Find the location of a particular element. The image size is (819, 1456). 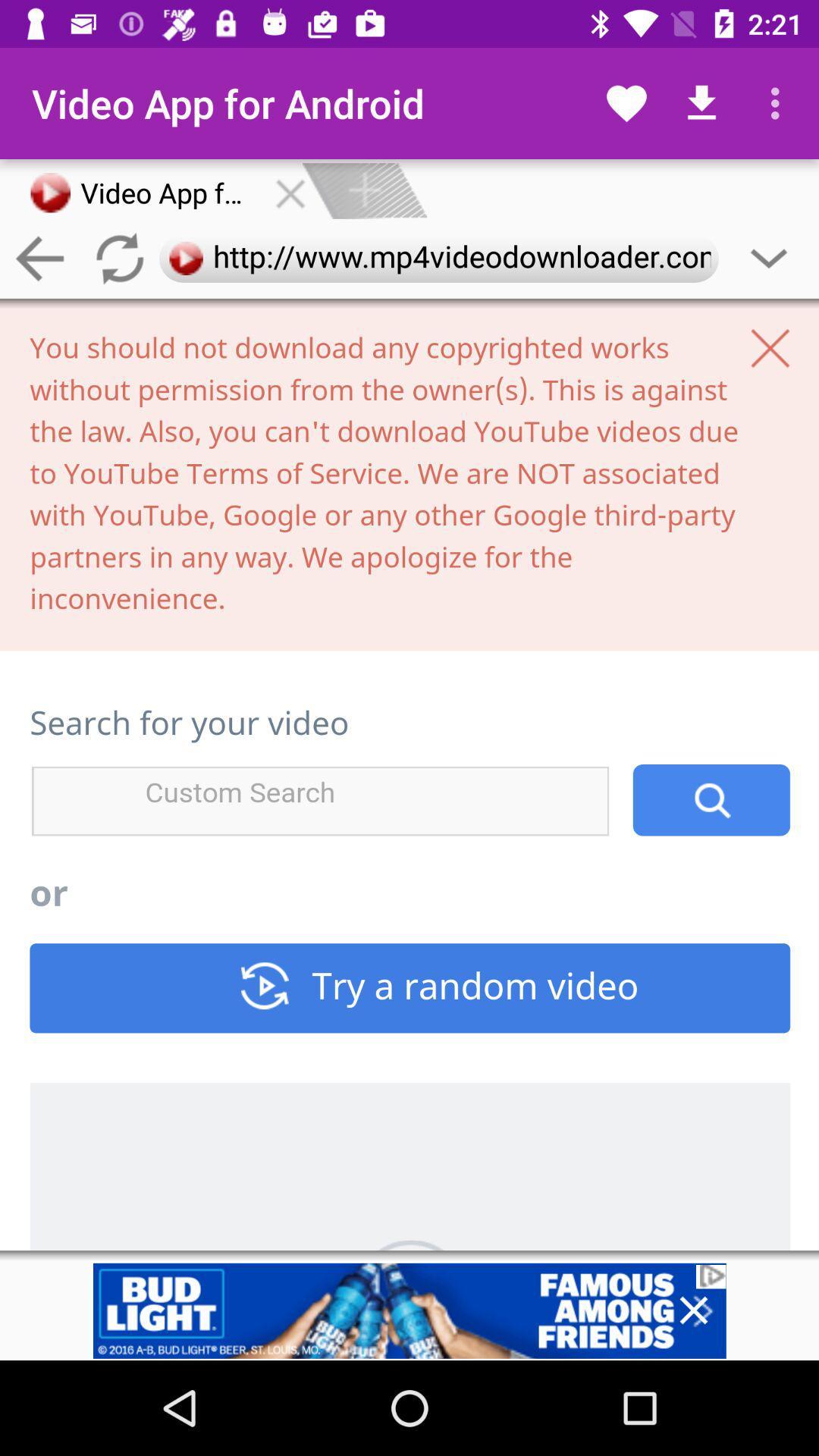

the refresh icon is located at coordinates (118, 259).